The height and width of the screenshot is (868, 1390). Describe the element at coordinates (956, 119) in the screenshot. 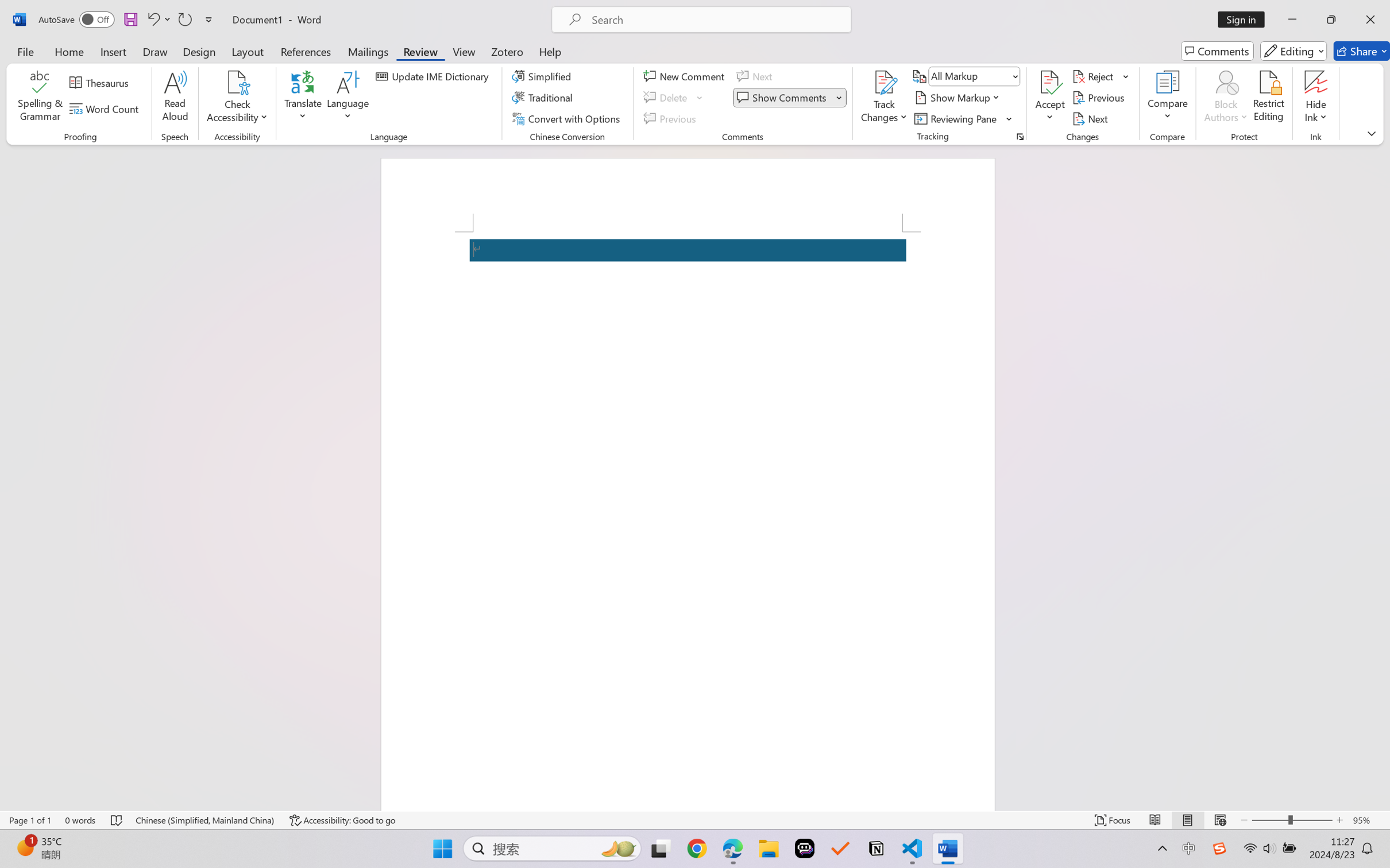

I see `'Reviewing Pane'` at that location.